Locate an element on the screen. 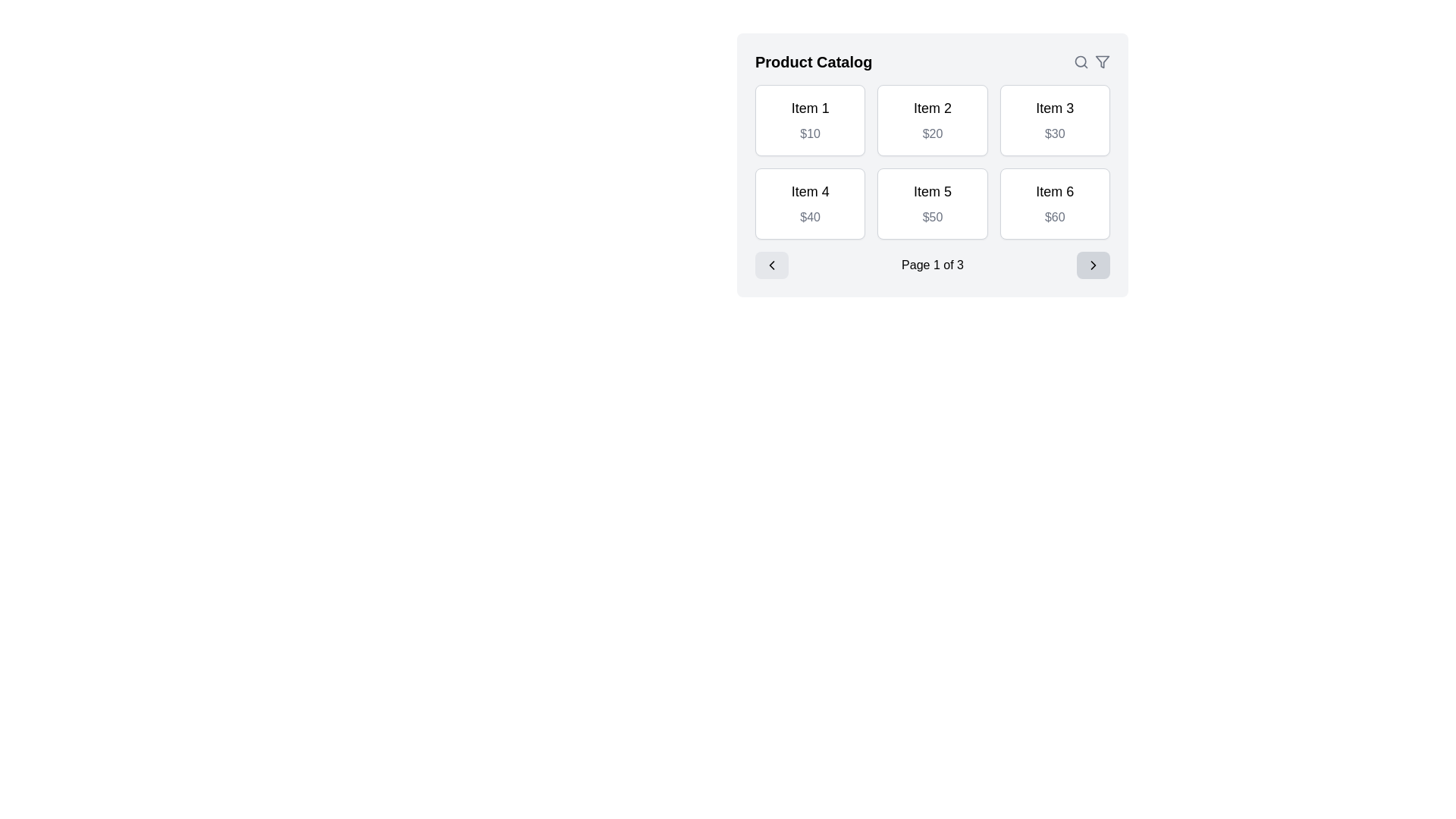 Image resolution: width=1456 pixels, height=819 pixels. the Display Tile card with the title 'Item 4' and the price '$40', which is located in the second row and first column of the Product Catalog grid is located at coordinates (809, 203).